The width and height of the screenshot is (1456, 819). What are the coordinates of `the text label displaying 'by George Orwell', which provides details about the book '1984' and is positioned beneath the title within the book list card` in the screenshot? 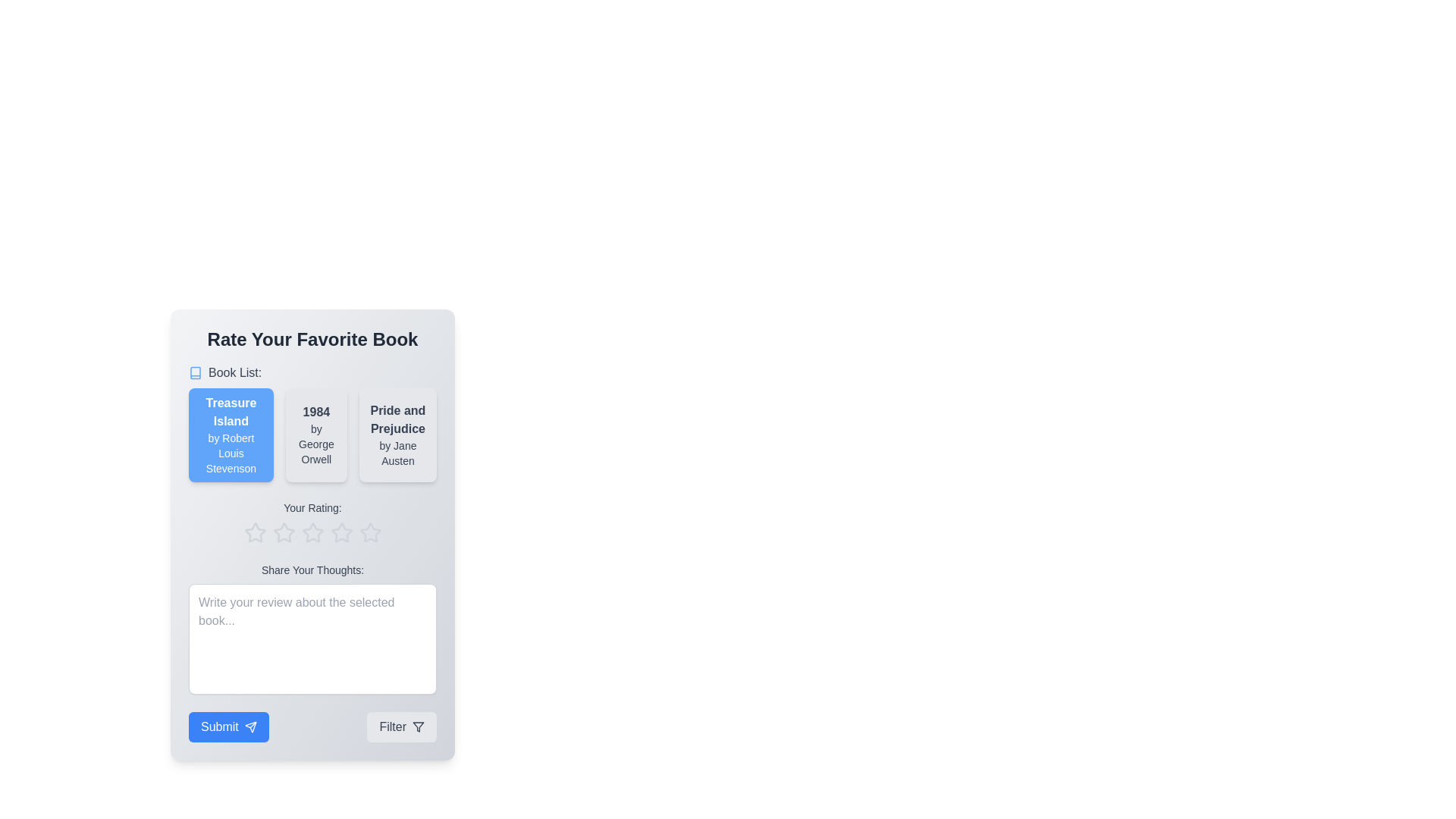 It's located at (315, 444).